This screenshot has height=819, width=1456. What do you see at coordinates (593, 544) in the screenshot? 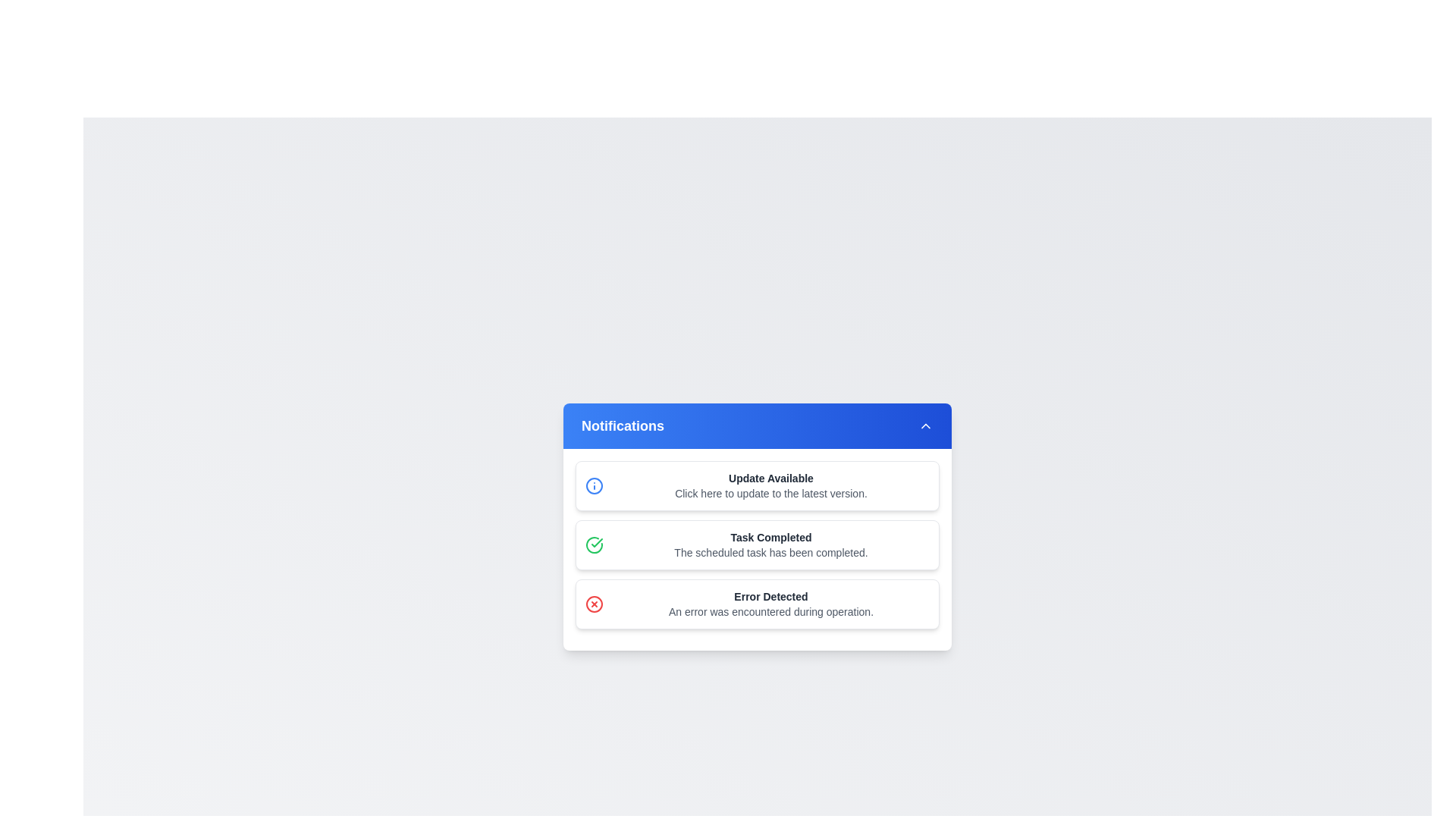
I see `the success icon representing task completion, located to the left of the 'Task Completed' text in the notification panel` at bounding box center [593, 544].